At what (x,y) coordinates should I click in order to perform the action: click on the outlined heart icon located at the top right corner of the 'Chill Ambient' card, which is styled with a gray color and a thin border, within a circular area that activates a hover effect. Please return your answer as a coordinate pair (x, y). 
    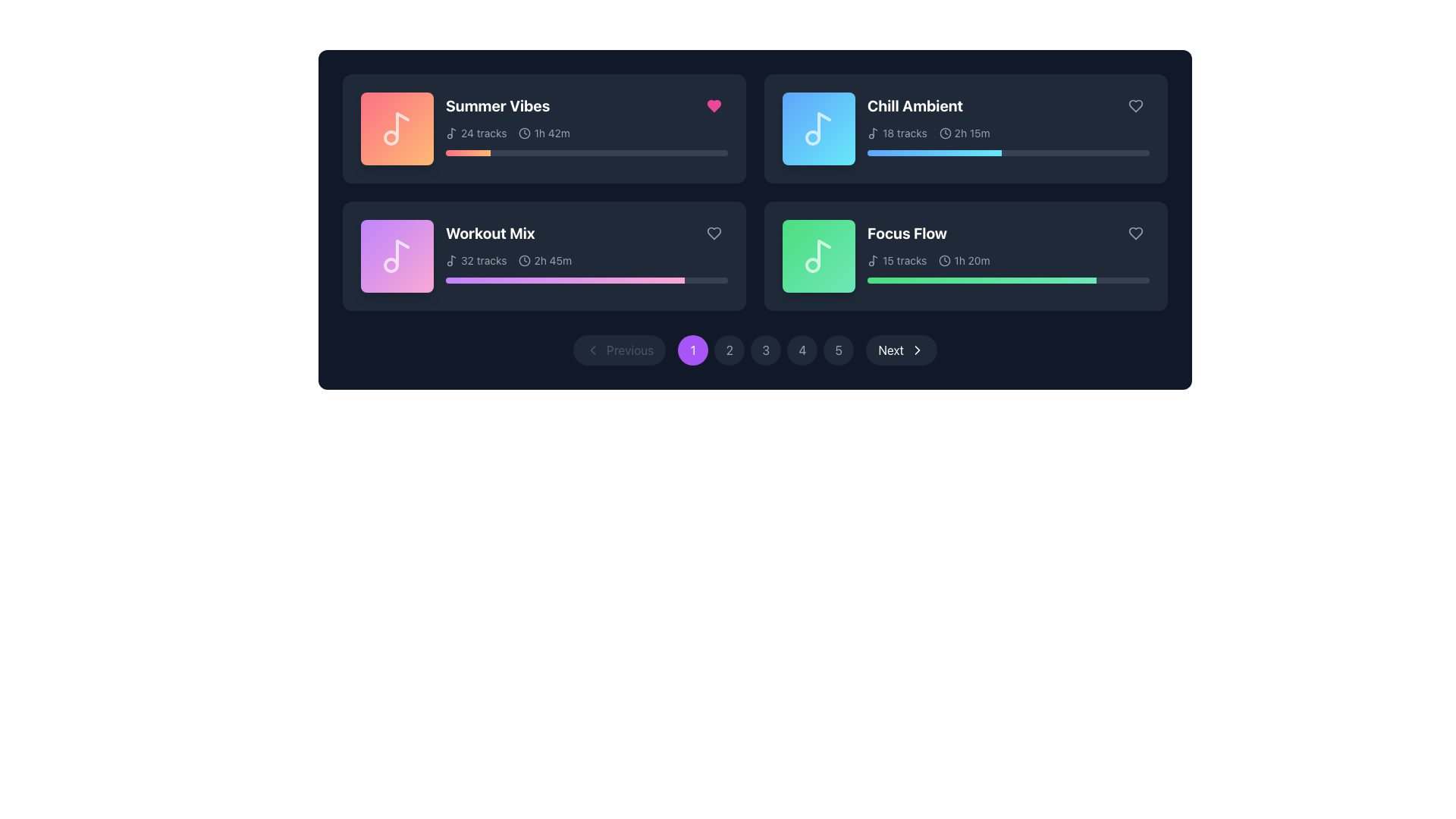
    Looking at the image, I should click on (1135, 105).